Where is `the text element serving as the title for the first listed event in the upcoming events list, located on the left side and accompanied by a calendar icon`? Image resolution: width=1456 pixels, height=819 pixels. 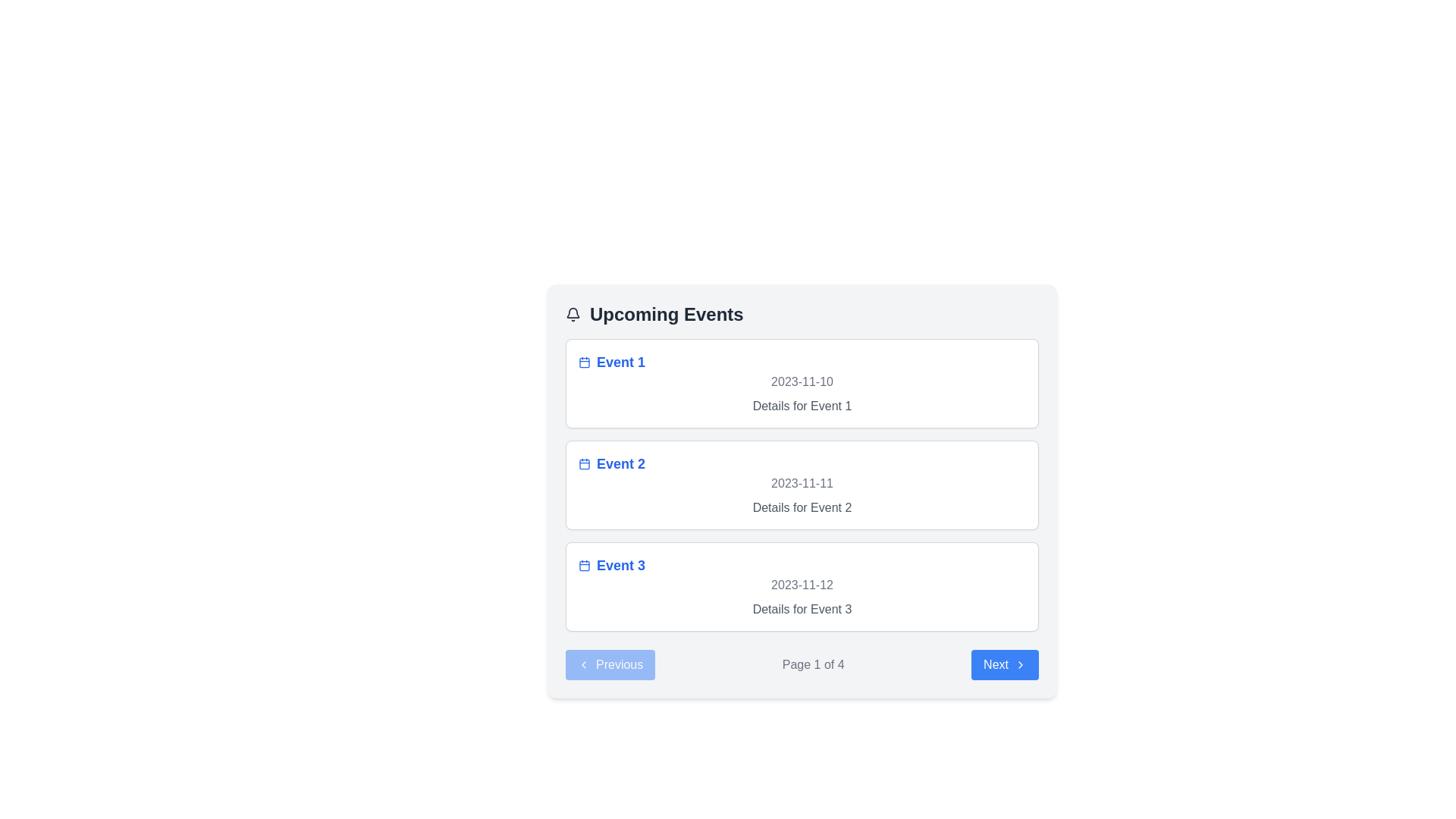
the text element serving as the title for the first listed event in the upcoming events list, located on the left side and accompanied by a calendar icon is located at coordinates (621, 362).